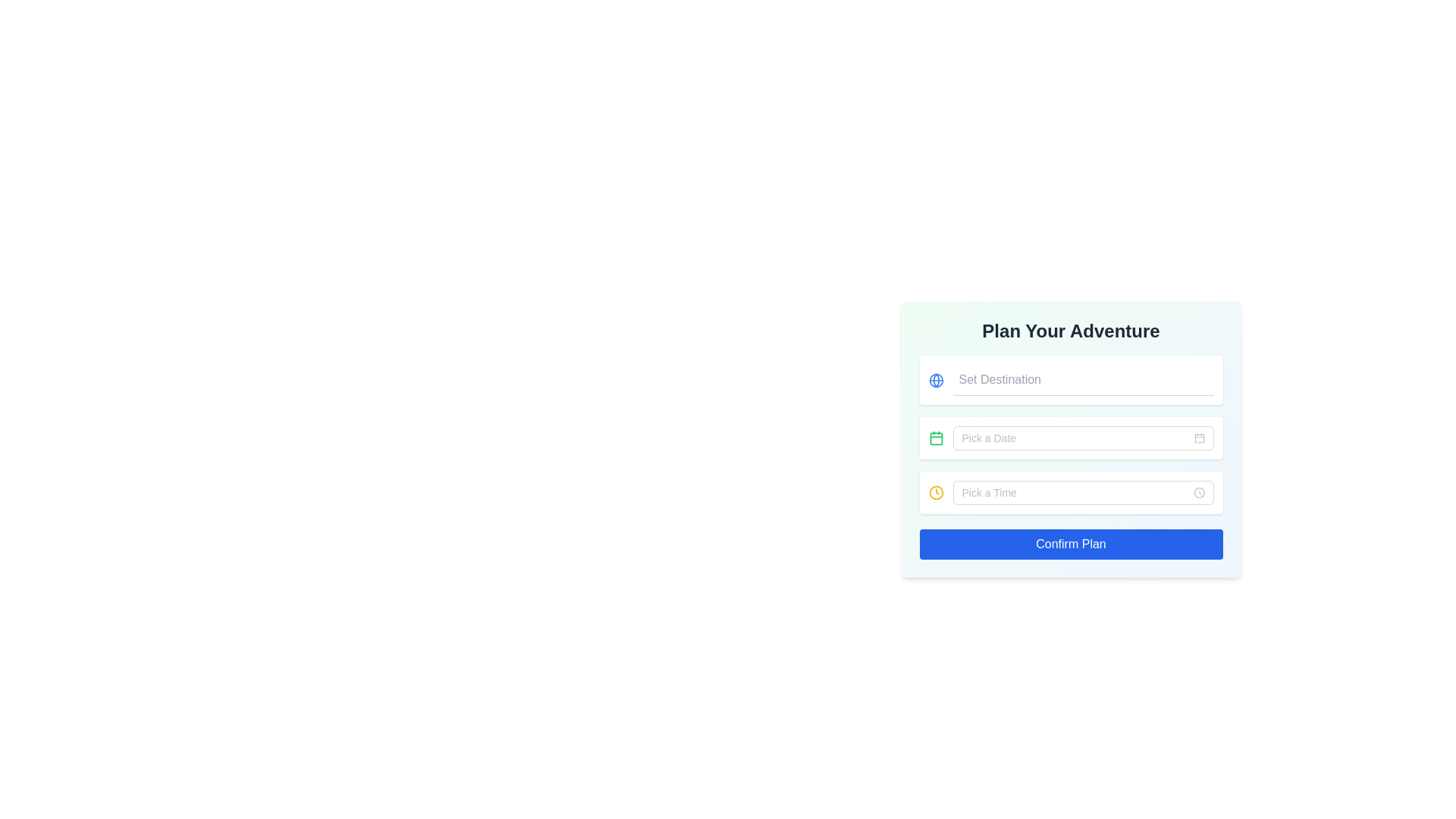  What do you see at coordinates (1070, 439) in the screenshot?
I see `the second input field in the vertical stack of form components` at bounding box center [1070, 439].